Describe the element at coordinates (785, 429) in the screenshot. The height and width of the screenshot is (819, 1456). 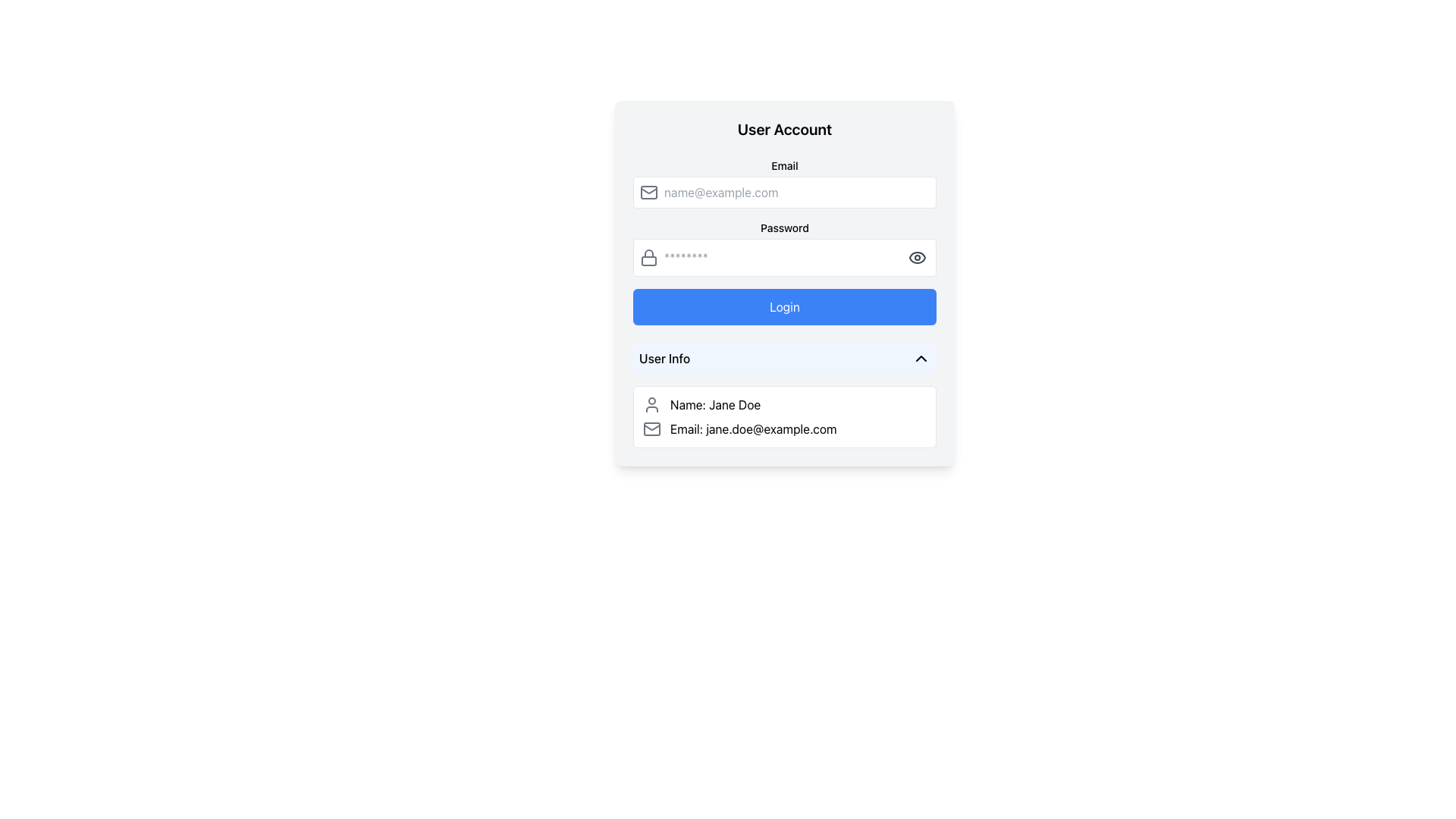
I see `the 'Email: jane.doe@example.com' text with envelope icon located in the 'User Info' section, underneath 'Name: Jane Doe'` at that location.